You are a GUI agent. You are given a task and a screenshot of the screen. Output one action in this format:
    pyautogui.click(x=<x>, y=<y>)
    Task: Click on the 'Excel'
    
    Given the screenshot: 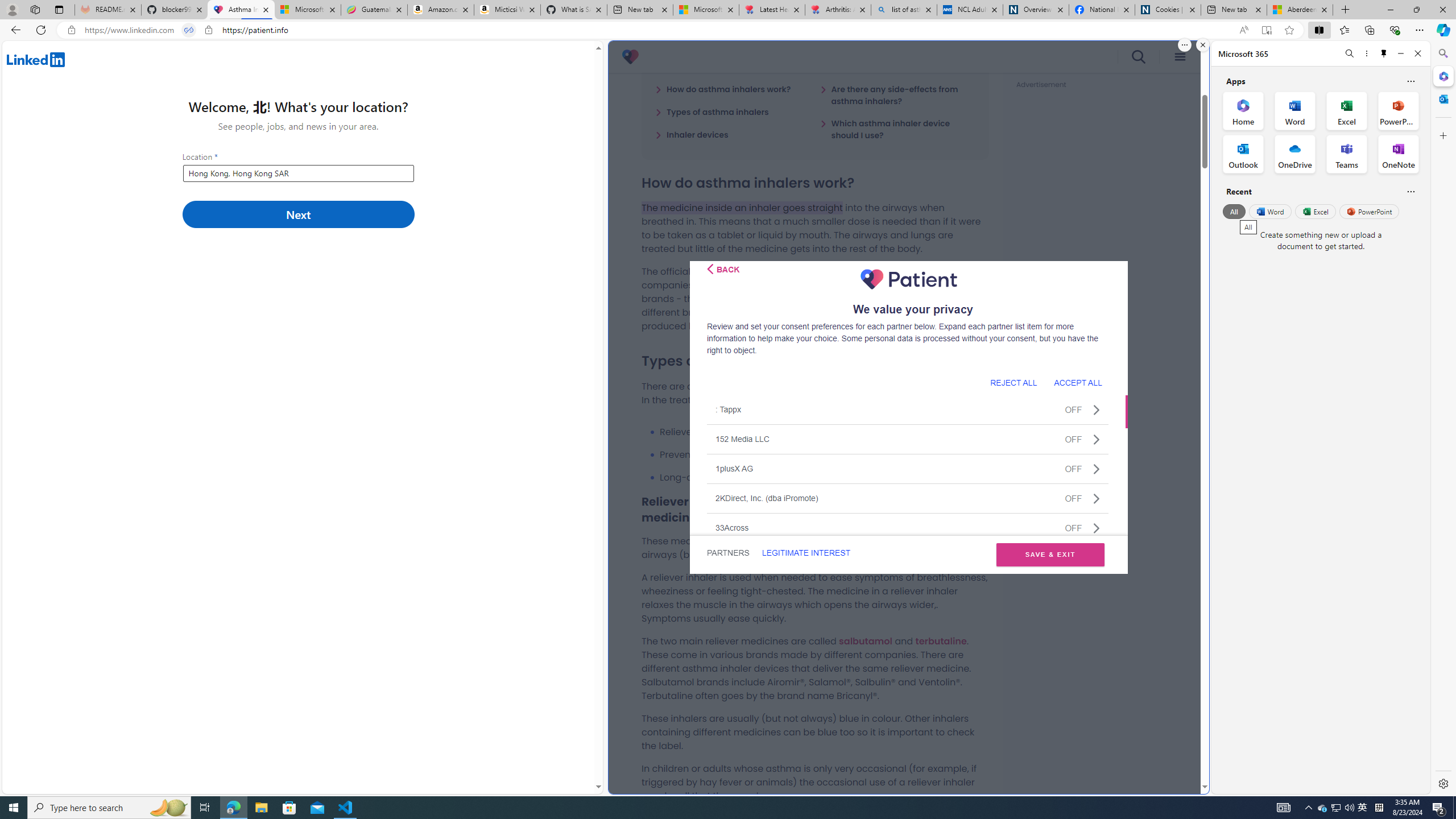 What is the action you would take?
    pyautogui.click(x=1314, y=211)
    